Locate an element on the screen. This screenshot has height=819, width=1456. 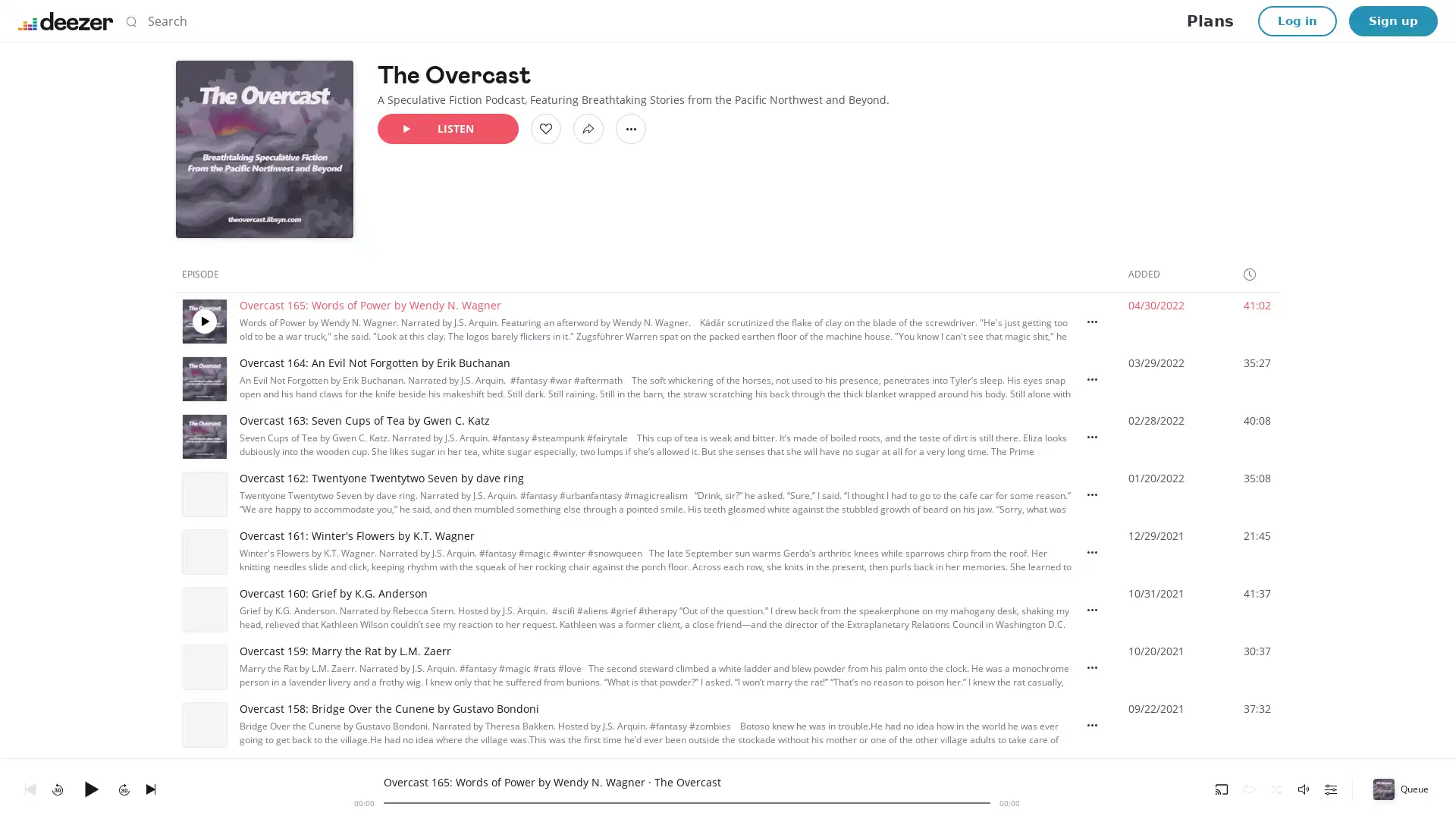
Play Overcast 165: Words of Power by Wendy N. Wagner by The Overcast is located at coordinates (203, 321).